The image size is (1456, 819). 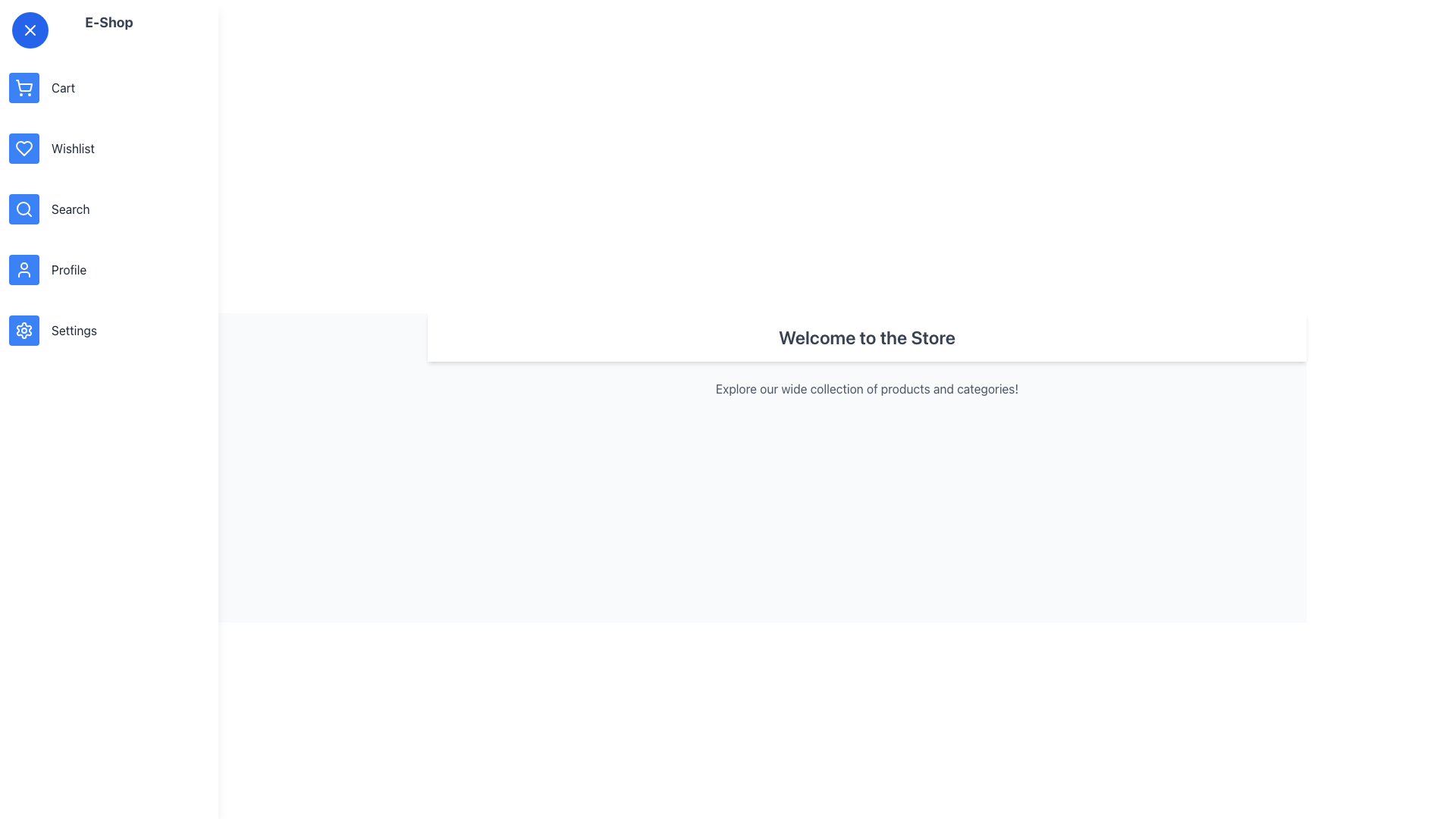 What do you see at coordinates (867, 336) in the screenshot?
I see `the text block displaying 'Welcome to the Store', which is styled with a bold font and located at the top section of the main content area` at bounding box center [867, 336].